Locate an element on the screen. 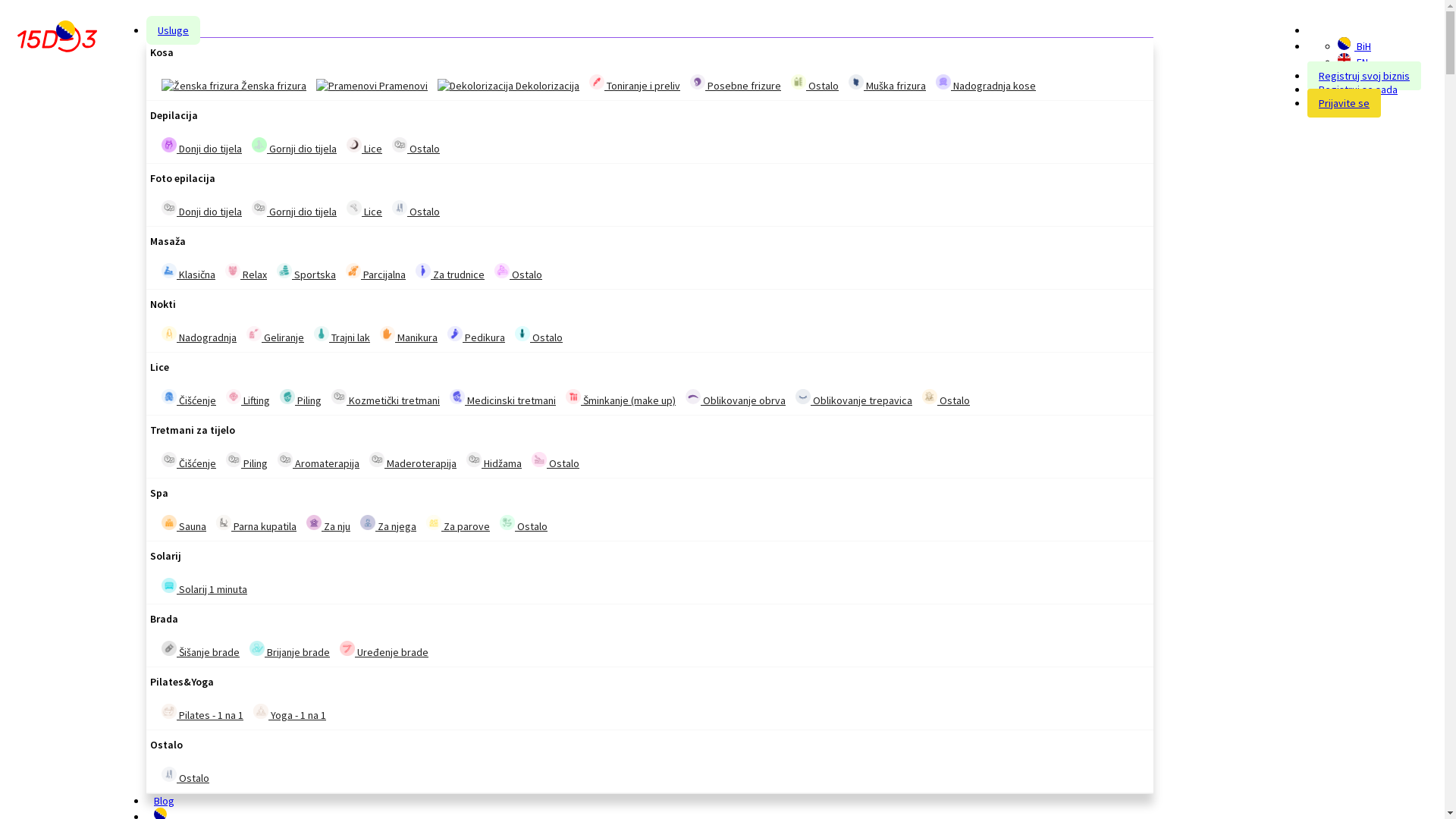 The height and width of the screenshot is (819, 1456). 'Za parove' is located at coordinates (457, 522).